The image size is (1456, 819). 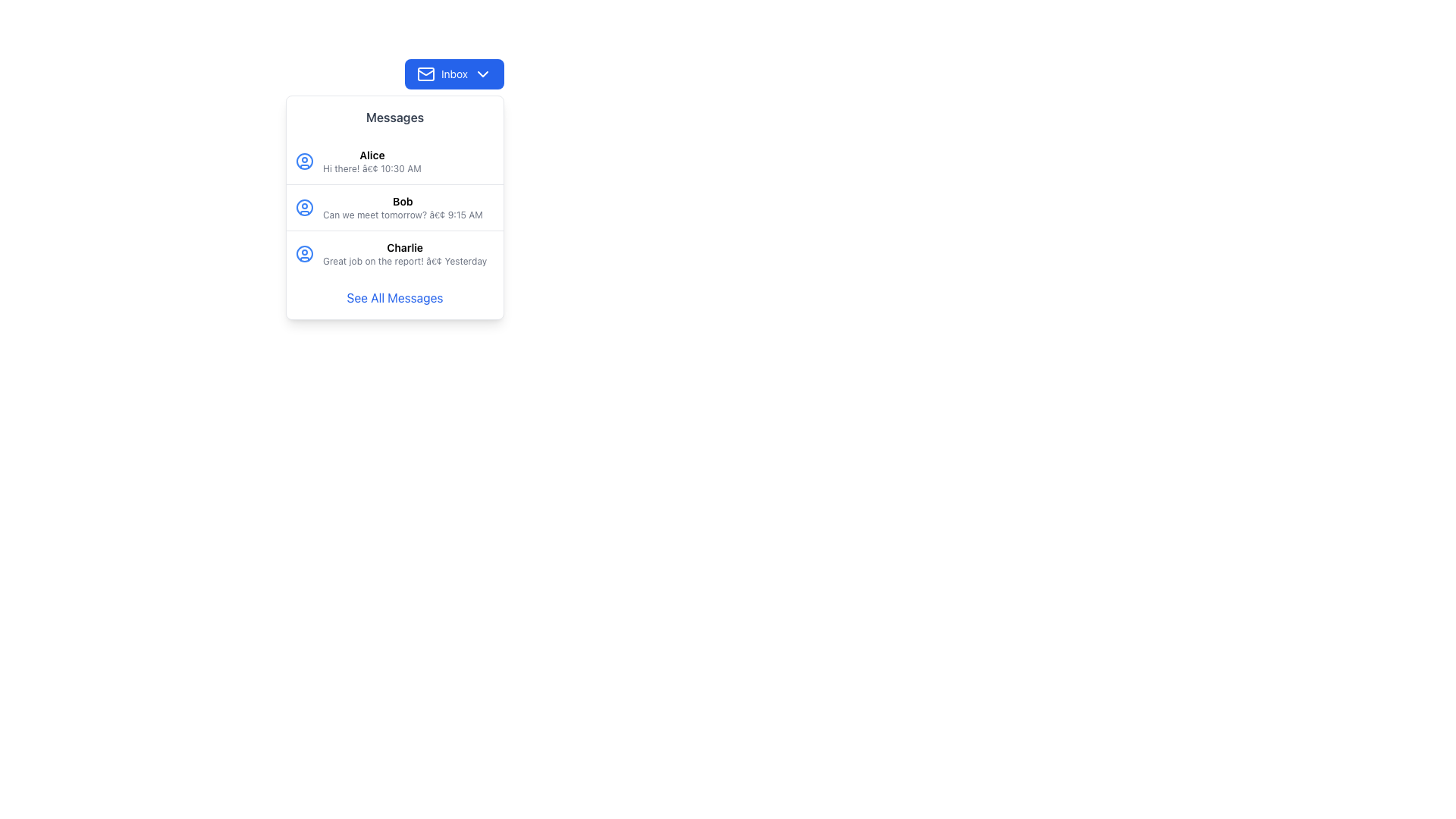 What do you see at coordinates (395, 207) in the screenshot?
I see `the second message preview list item from 'Bob'` at bounding box center [395, 207].